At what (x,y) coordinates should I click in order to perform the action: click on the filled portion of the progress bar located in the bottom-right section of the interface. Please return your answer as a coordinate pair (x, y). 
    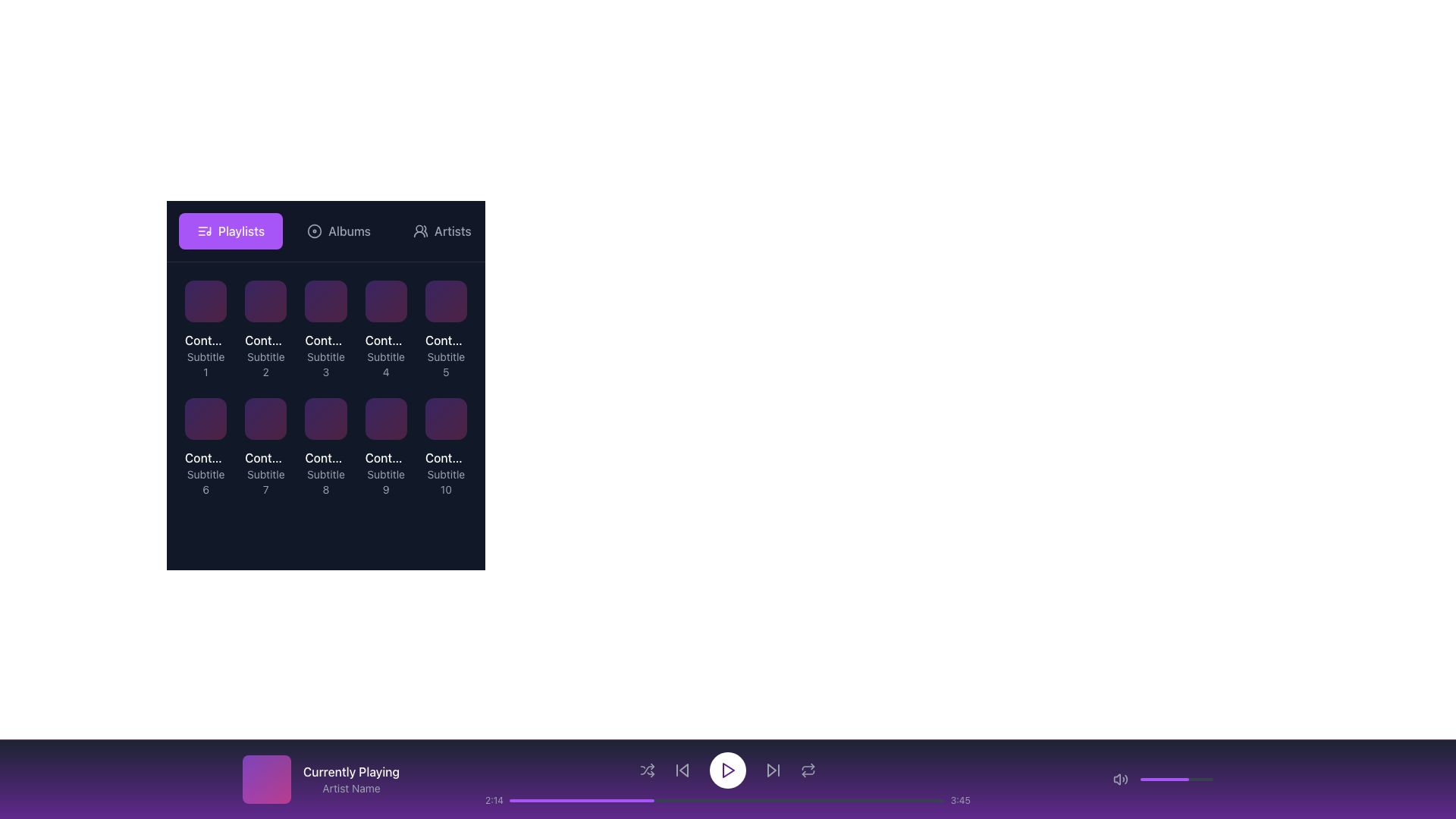
    Looking at the image, I should click on (1164, 780).